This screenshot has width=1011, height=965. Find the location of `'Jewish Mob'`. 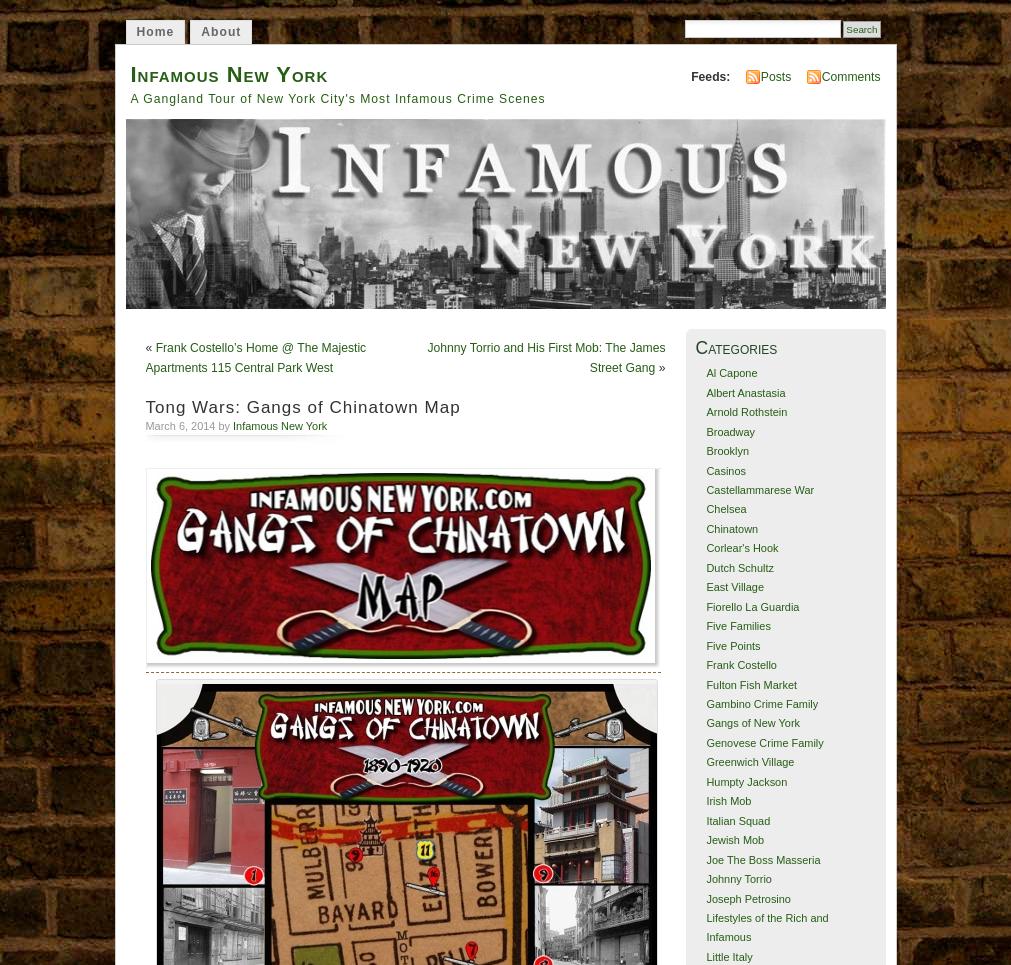

'Jewish Mob' is located at coordinates (733, 839).